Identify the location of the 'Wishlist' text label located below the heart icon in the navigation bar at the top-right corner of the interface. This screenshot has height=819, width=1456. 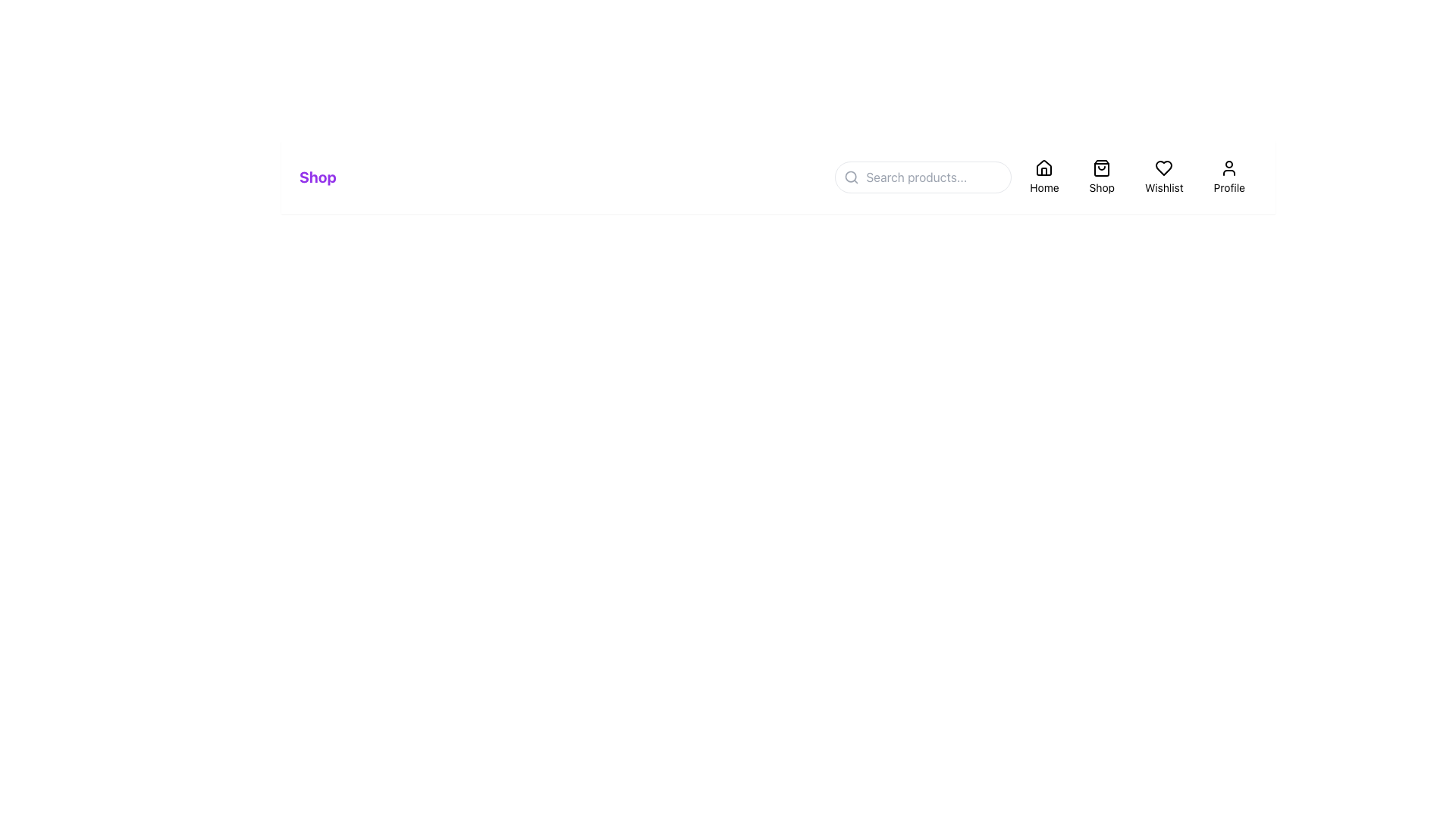
(1163, 187).